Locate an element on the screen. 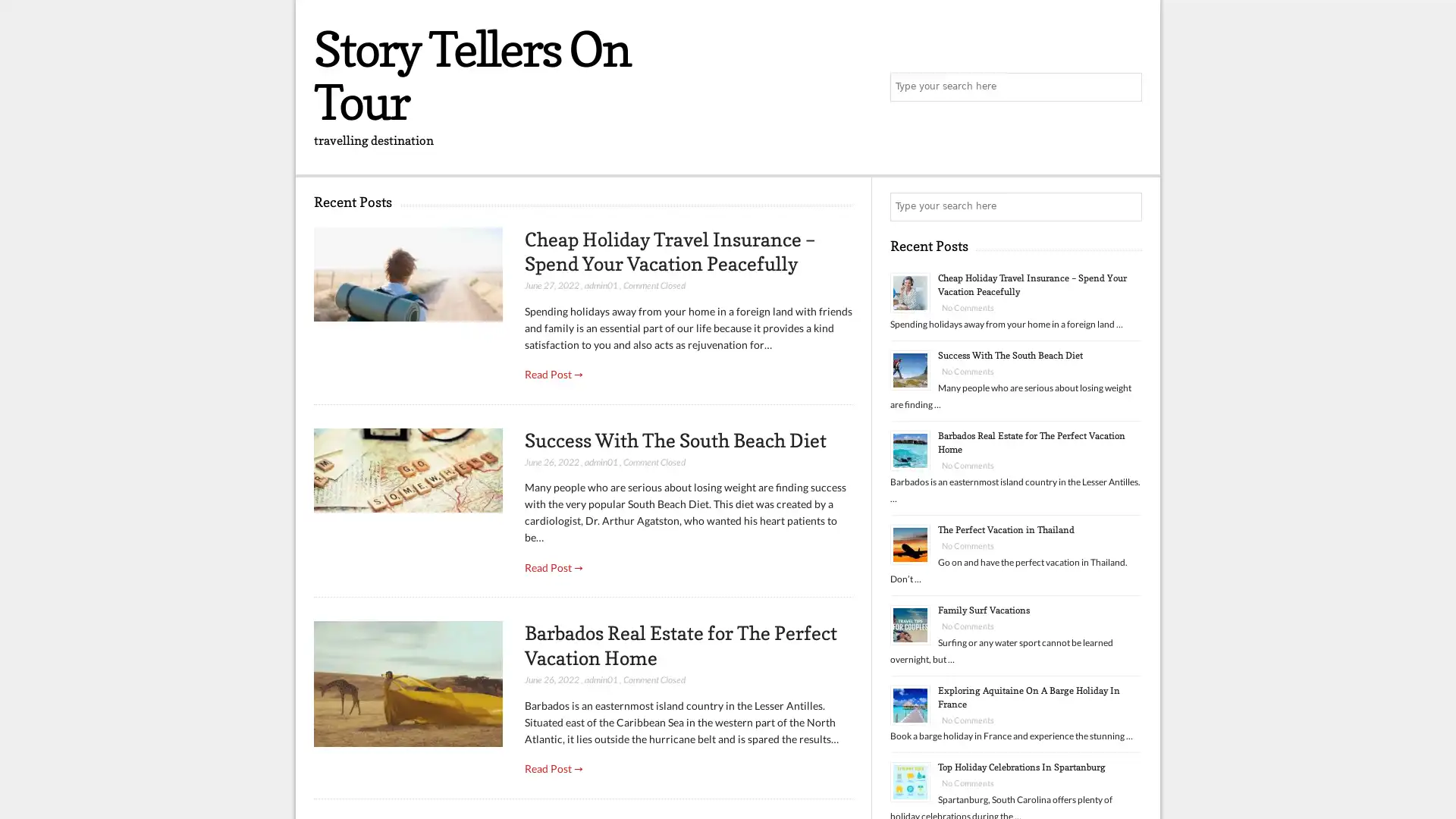  Search is located at coordinates (1126, 87).